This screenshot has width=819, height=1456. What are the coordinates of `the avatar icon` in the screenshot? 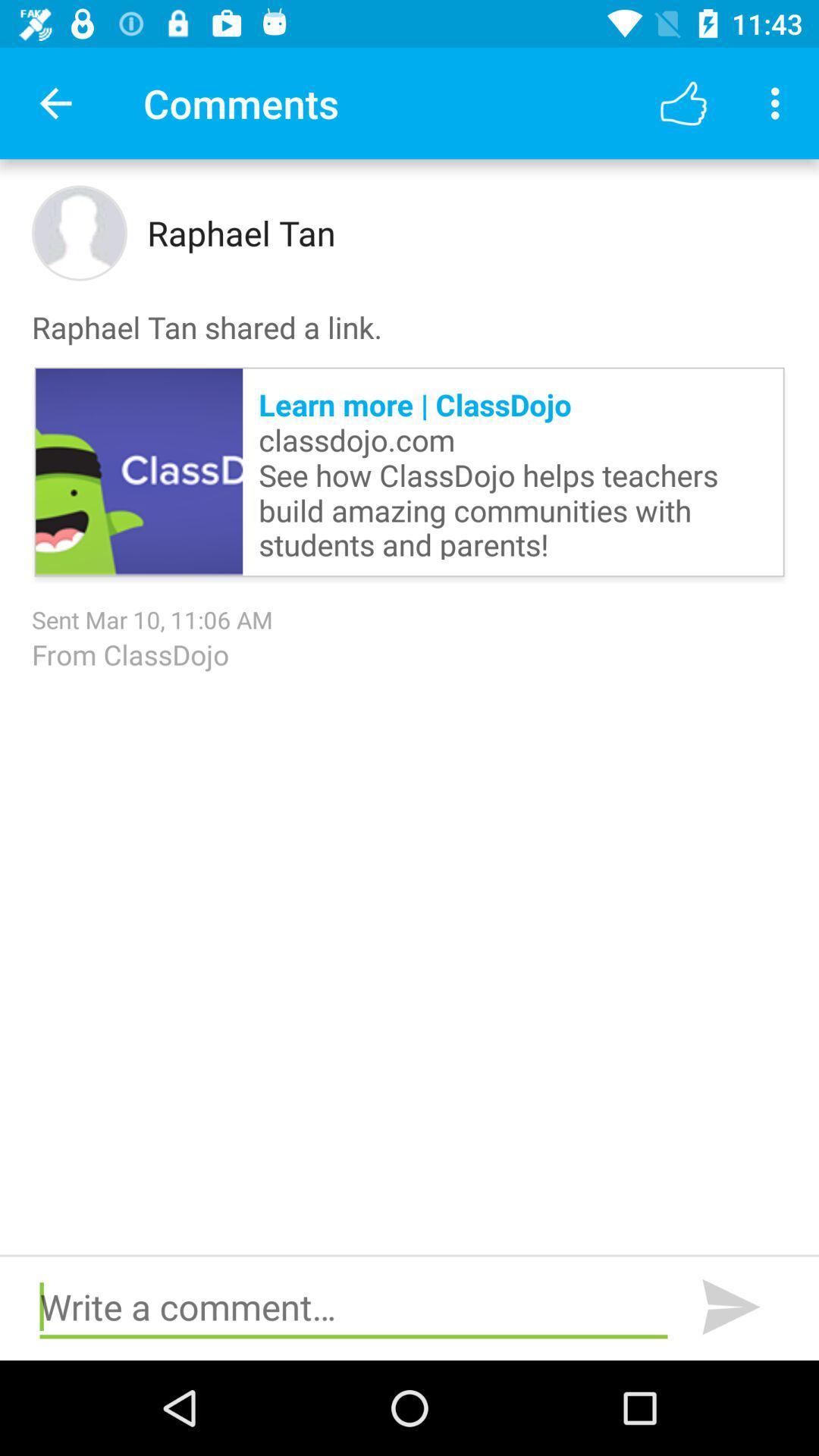 It's located at (79, 232).